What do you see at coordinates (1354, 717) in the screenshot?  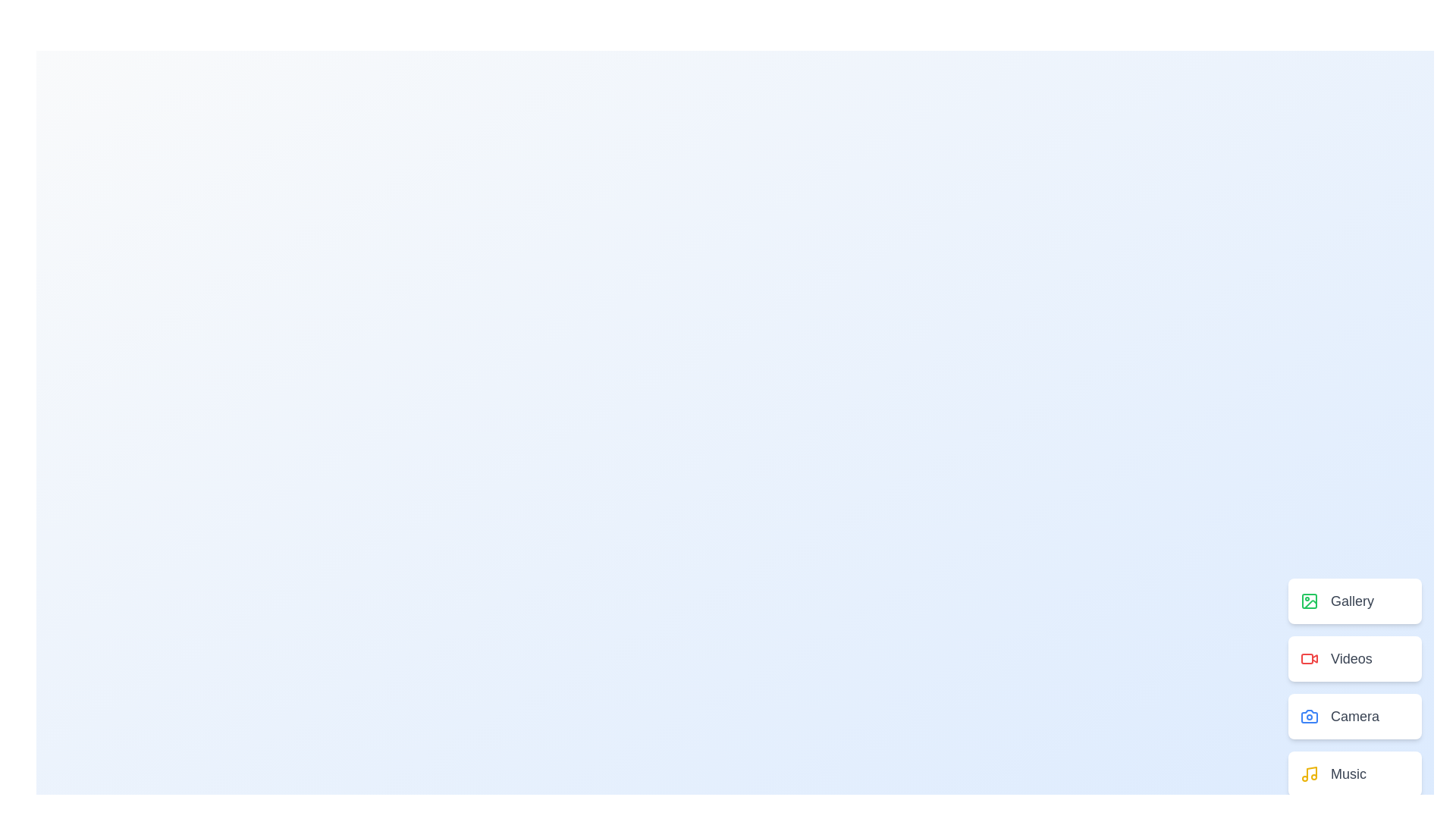 I see `the menu option labeled Camera` at bounding box center [1354, 717].